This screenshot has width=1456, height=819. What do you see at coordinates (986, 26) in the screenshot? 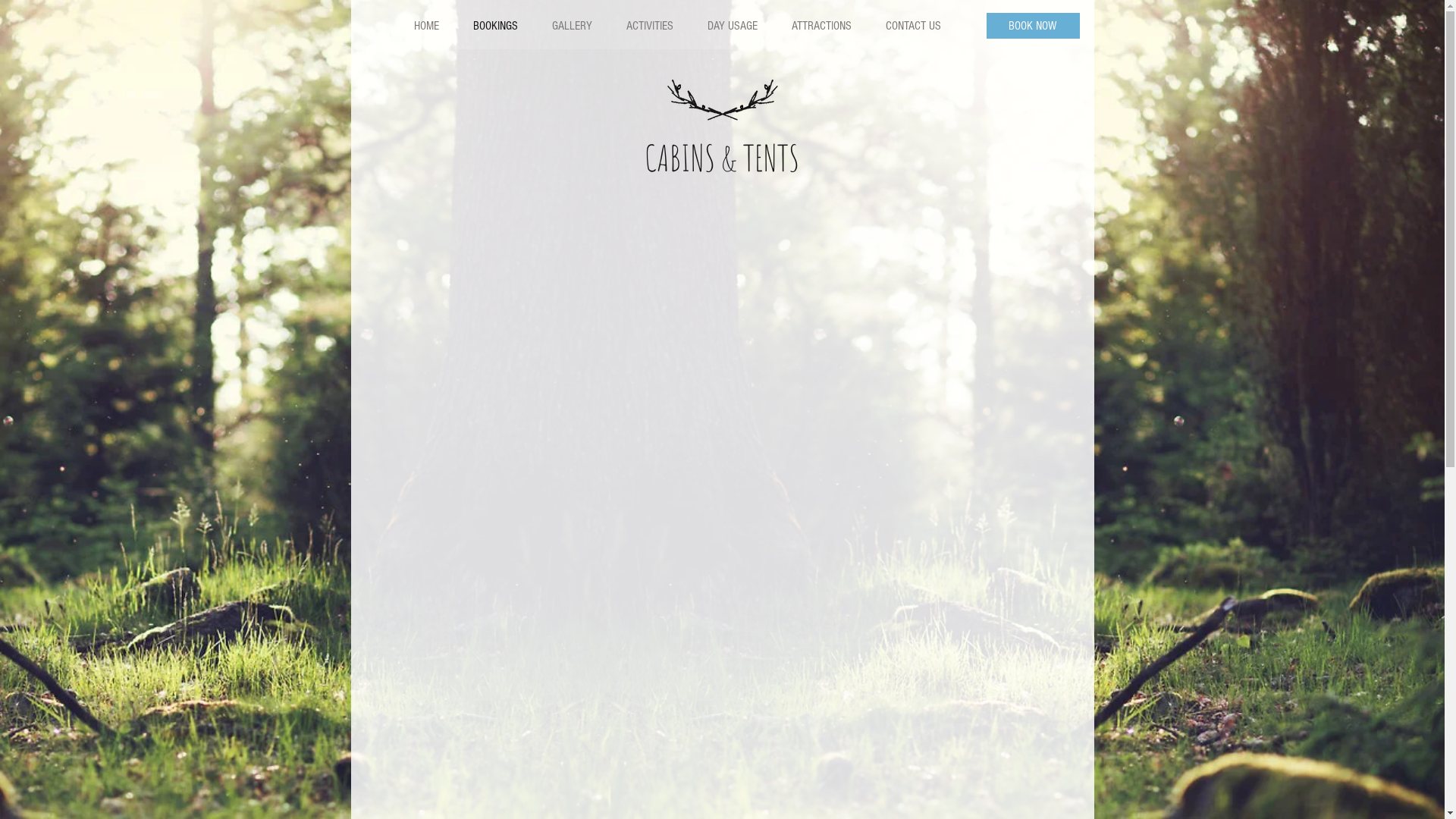
I see `'BOOK NOW'` at bounding box center [986, 26].